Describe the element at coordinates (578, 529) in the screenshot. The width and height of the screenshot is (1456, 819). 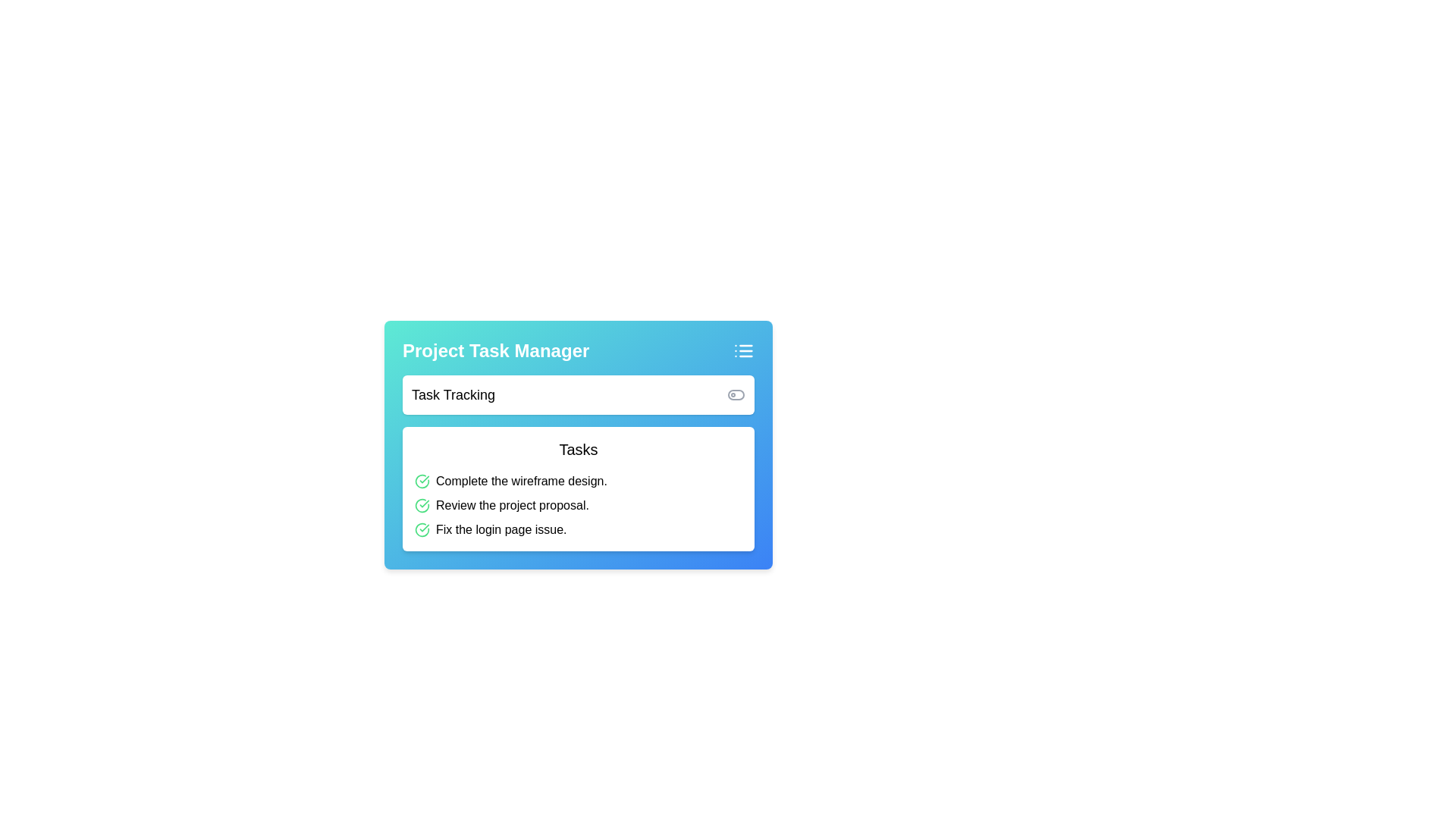
I see `the completed task list item that signifies 'Fix the login page issue.' in the 'Tasks' section` at that location.